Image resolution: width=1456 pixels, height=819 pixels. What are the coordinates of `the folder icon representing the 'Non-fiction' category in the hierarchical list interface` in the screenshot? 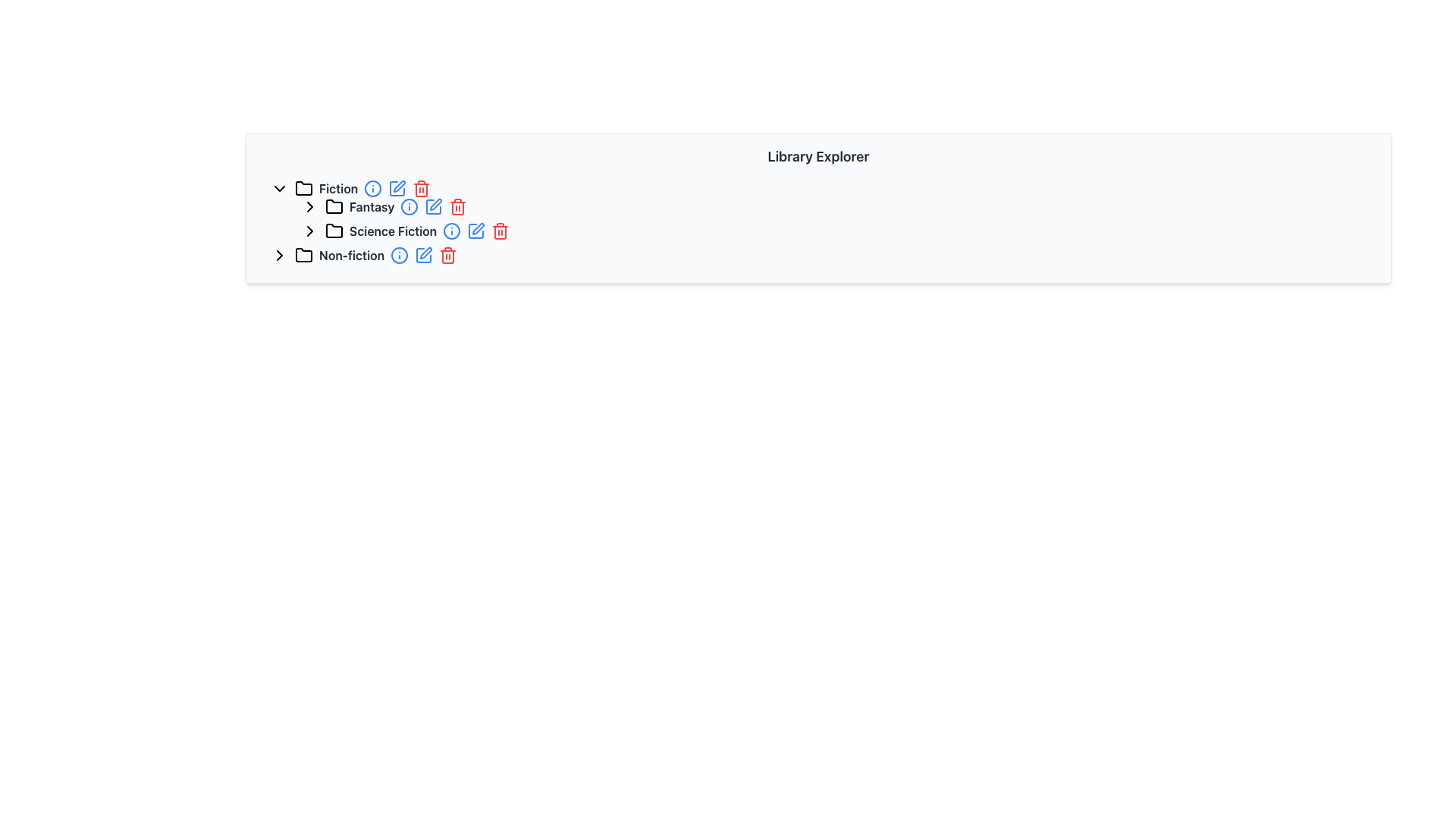 It's located at (303, 254).